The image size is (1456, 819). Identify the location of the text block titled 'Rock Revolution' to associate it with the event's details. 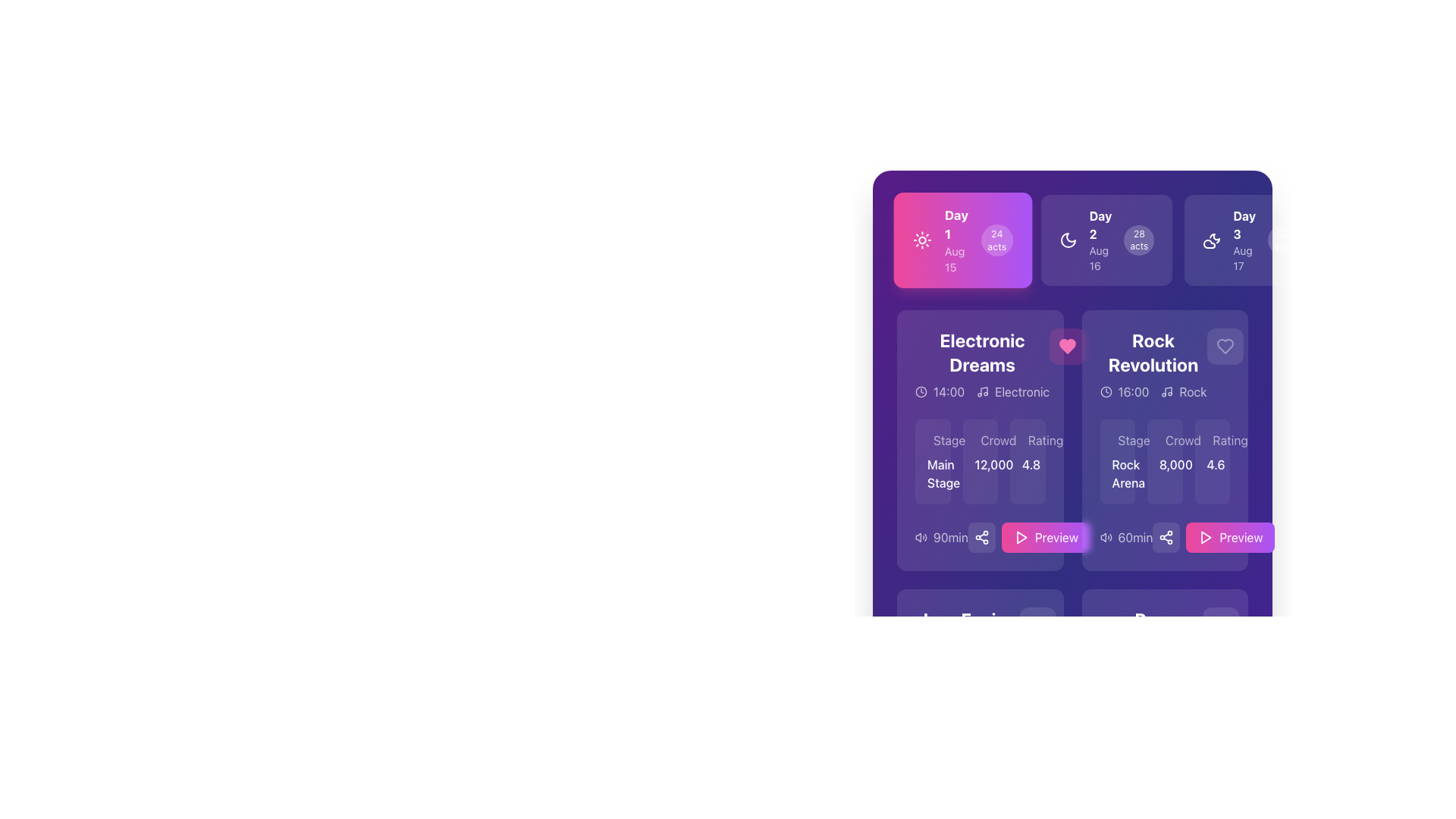
(1164, 365).